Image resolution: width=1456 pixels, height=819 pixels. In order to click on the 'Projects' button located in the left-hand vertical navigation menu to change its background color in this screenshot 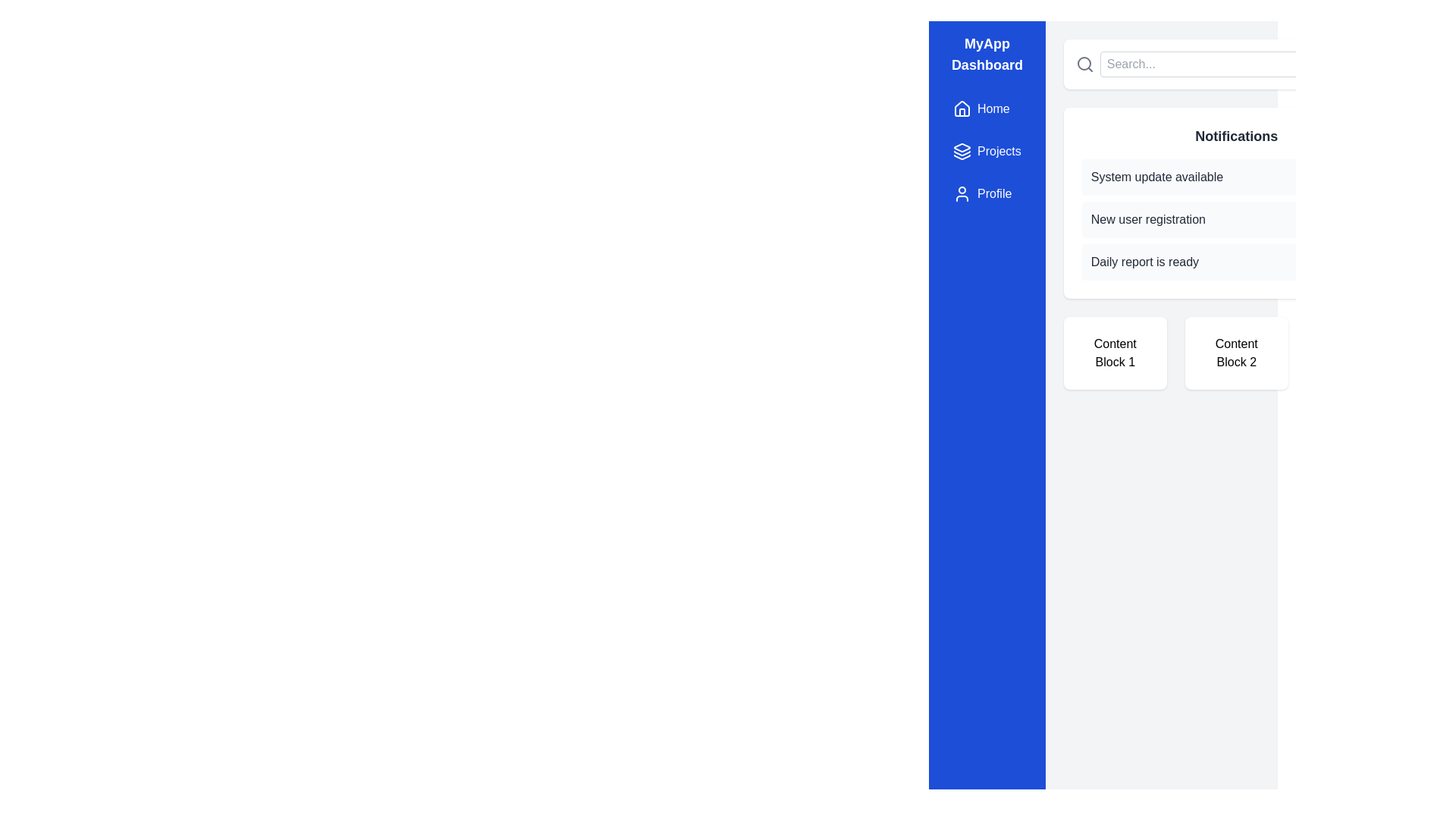, I will do `click(987, 152)`.